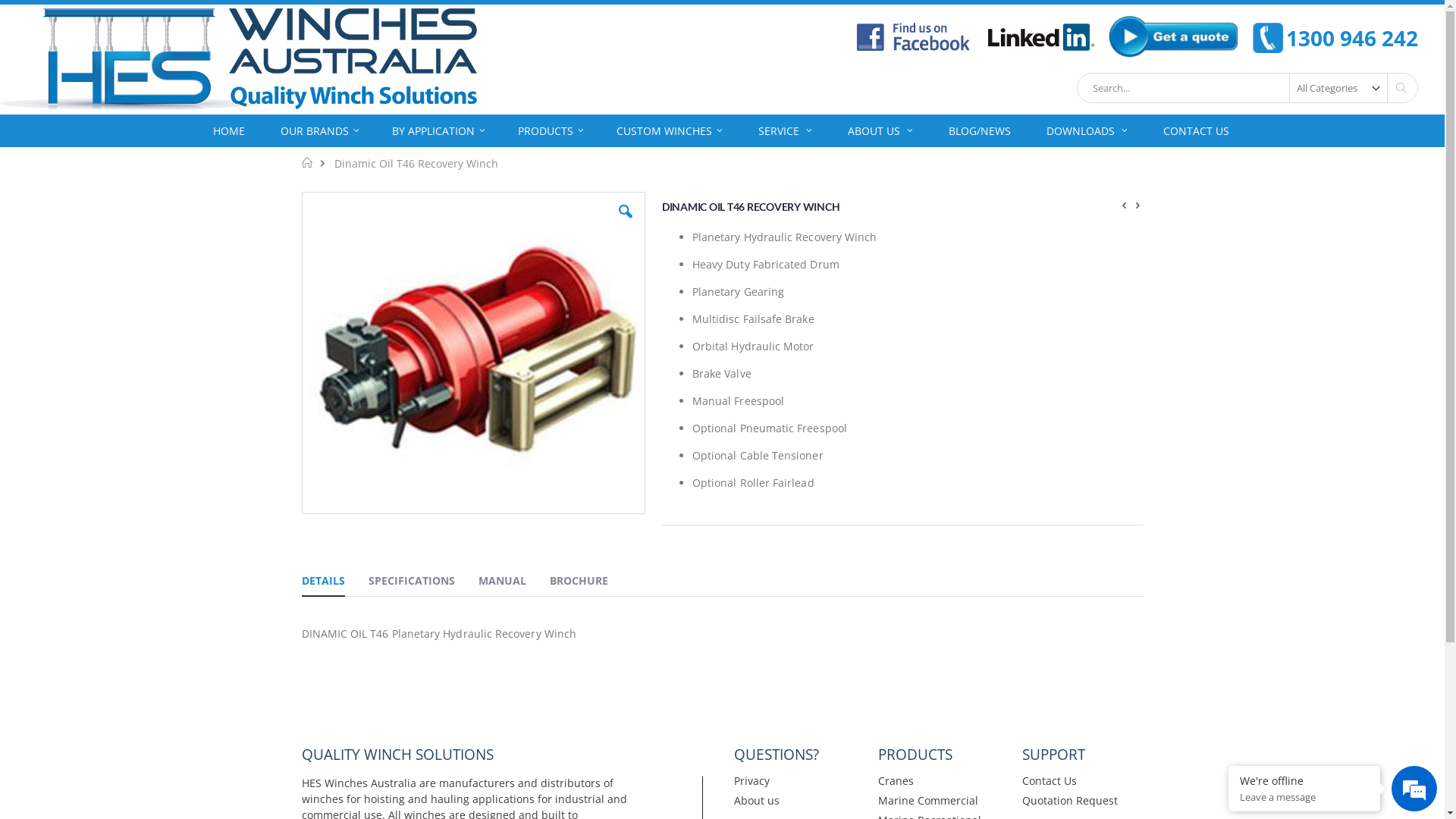 Image resolution: width=1456 pixels, height=819 pixels. Describe the element at coordinates (832, 130) in the screenshot. I see `'ABOUT US'` at that location.